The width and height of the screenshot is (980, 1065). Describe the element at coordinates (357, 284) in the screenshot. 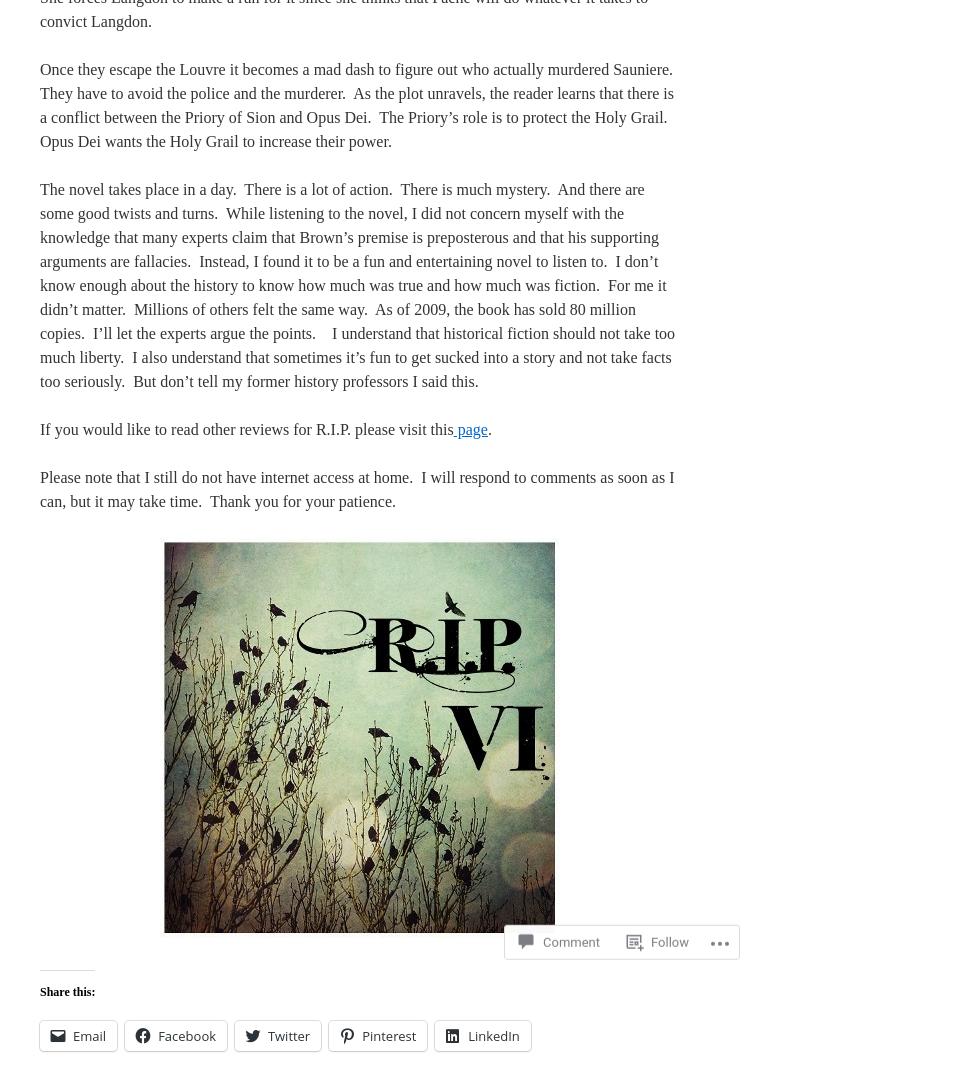

I see `'The novel takes place in a day.  There is a lot of action.  There is much mystery.  And there are some good twists and turns.  While listening to the novel, I did not concern myself with the knowledge that many experts claim that Brown’s premise is preposterous and that his supporting arguments are fallacies.  Instead, I found it to be a fun and entertaining novel to listen to.  I don’t know enough about the history to know how much was true and how much was fiction.  For me it didn’t matter.  Millions of others felt the same way.  As of 2009, the book has sold 80 million copies.  I’ll let the experts argue the points.    I understand that historical fiction should not take too much liberty.  I also understand that sometimes it’s fun to get sucked into a story and not take facts too seriously.  But don’t tell my former history professors I said this.'` at that location.